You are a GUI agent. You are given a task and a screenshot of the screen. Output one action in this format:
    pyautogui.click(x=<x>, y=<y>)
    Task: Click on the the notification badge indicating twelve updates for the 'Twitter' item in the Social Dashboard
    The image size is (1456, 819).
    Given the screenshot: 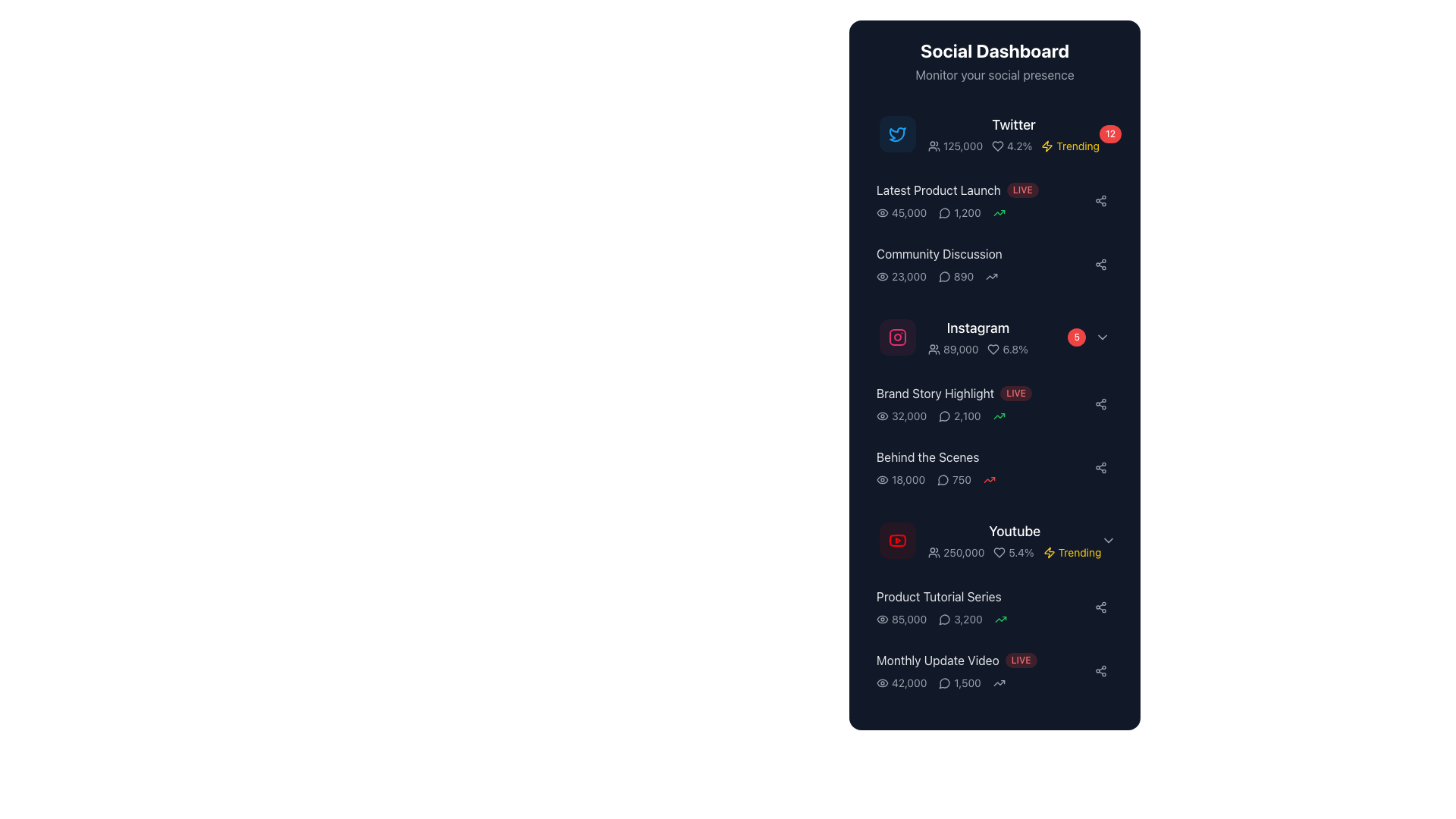 What is the action you would take?
    pyautogui.click(x=1110, y=133)
    